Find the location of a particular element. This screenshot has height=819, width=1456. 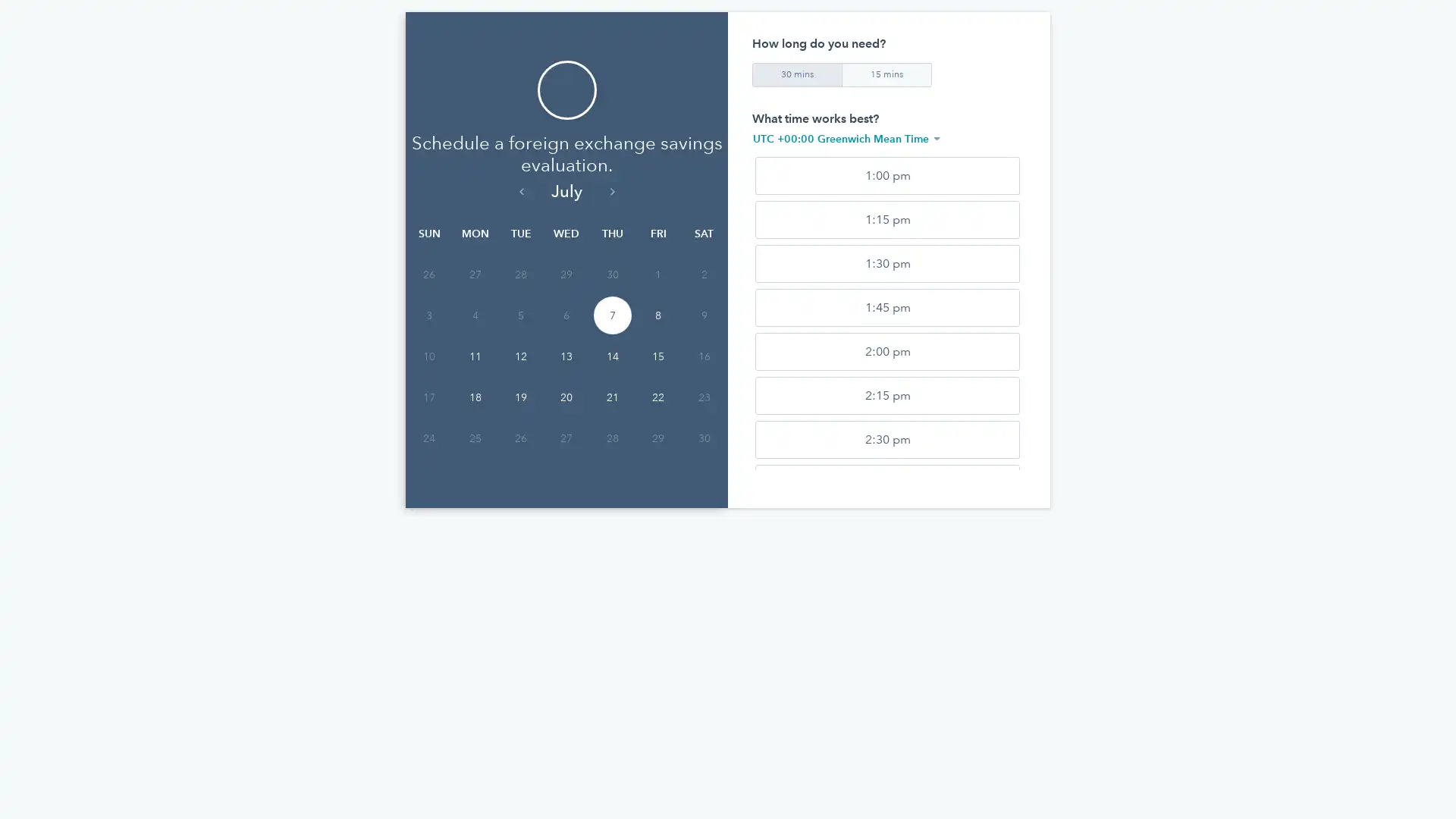

July 8th is located at coordinates (658, 315).